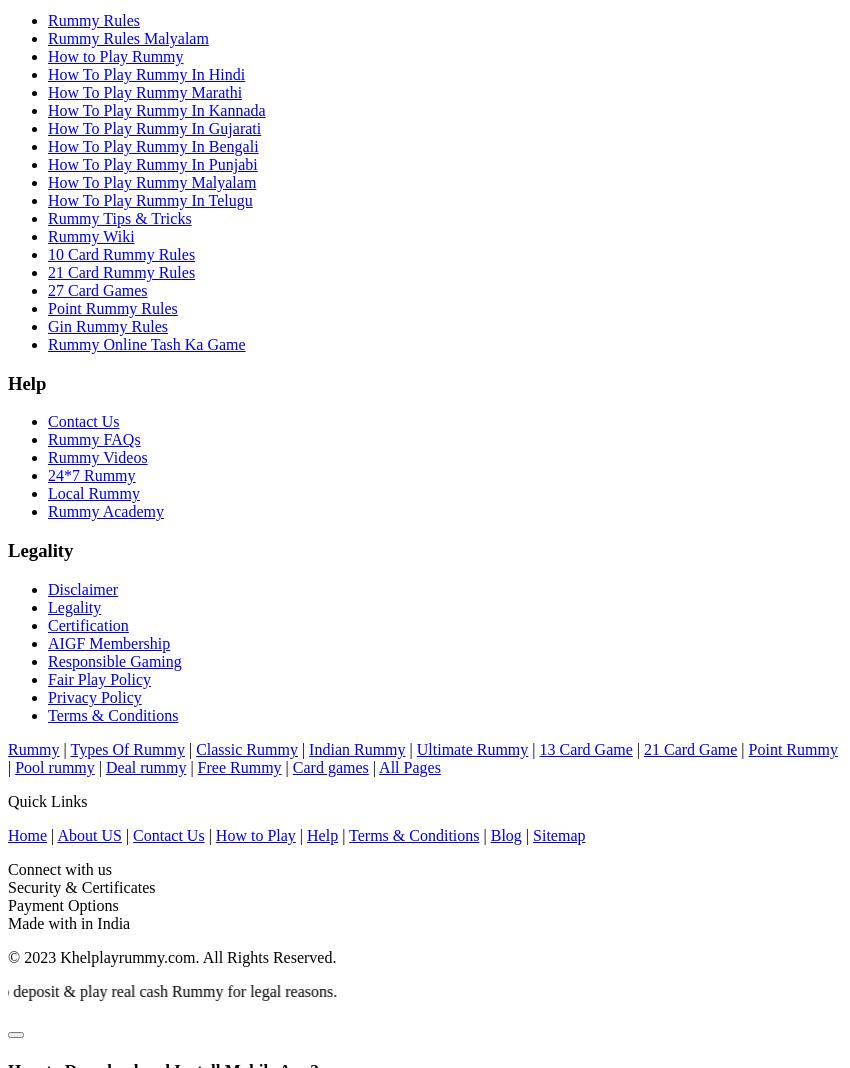 The image size is (850, 1068). Describe the element at coordinates (239, 766) in the screenshot. I see `'Free Rummy'` at that location.